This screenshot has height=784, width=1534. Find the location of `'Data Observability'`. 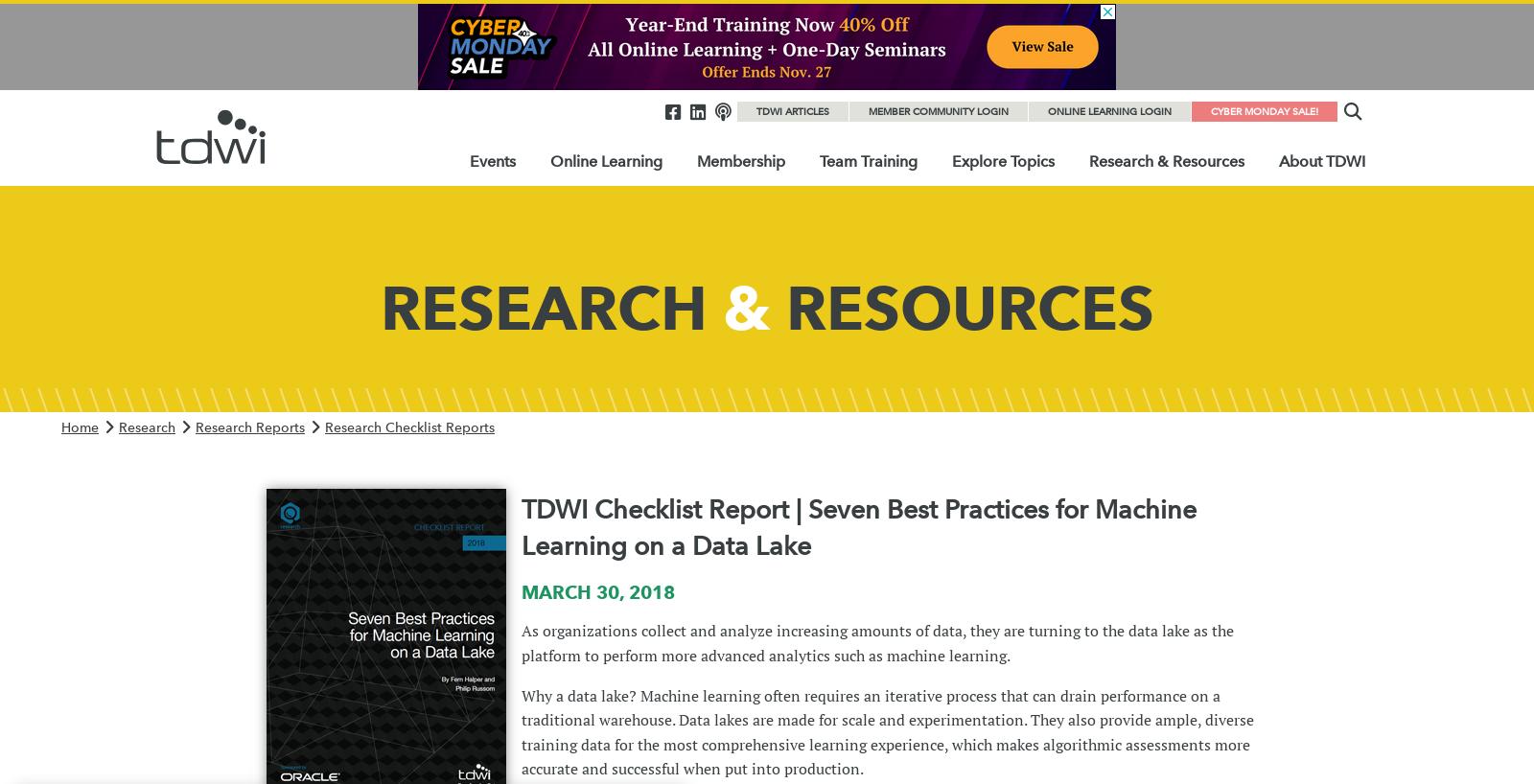

'Data Observability' is located at coordinates (1020, 311).